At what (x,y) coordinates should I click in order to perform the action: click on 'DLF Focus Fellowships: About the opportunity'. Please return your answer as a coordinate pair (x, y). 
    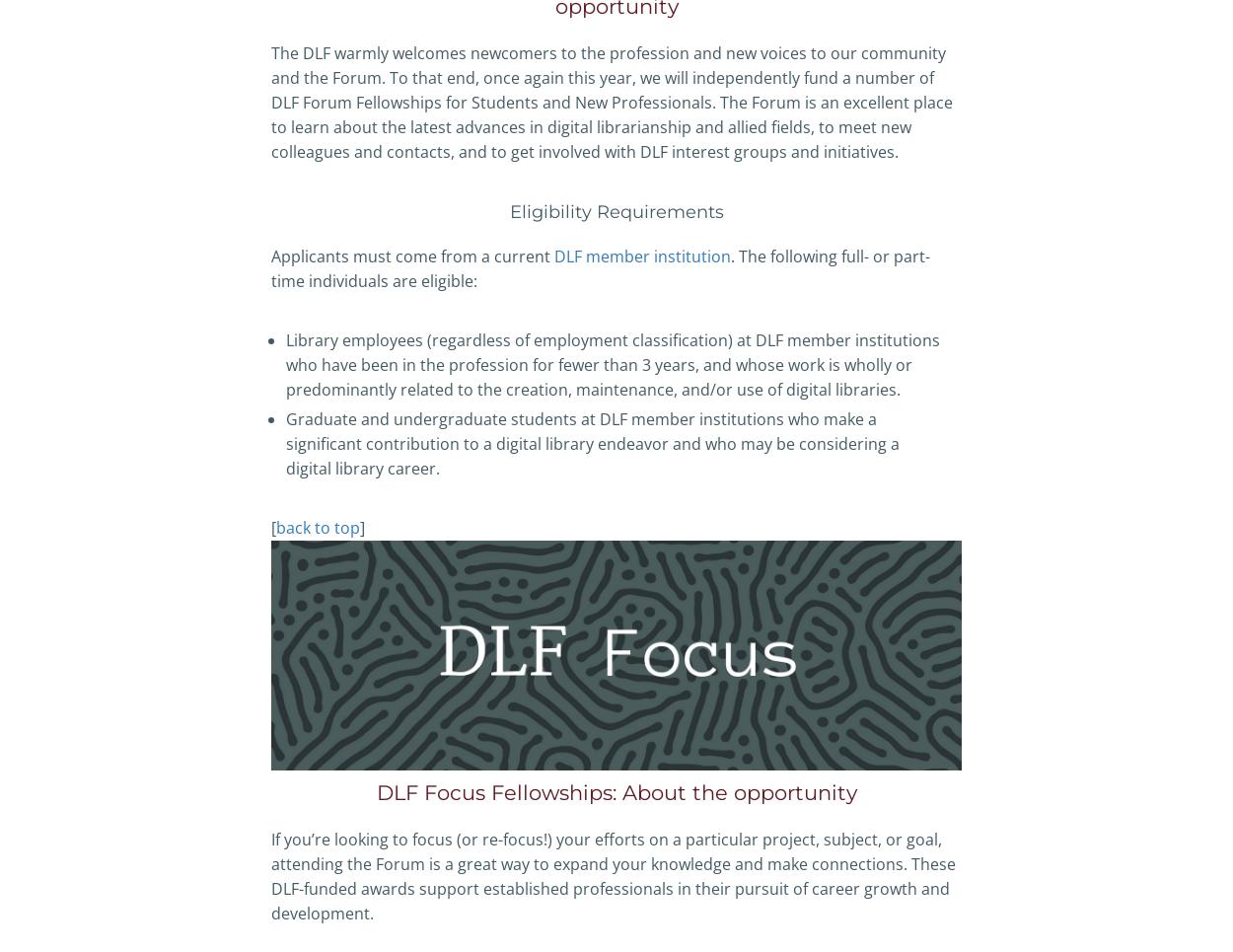
    Looking at the image, I should click on (615, 792).